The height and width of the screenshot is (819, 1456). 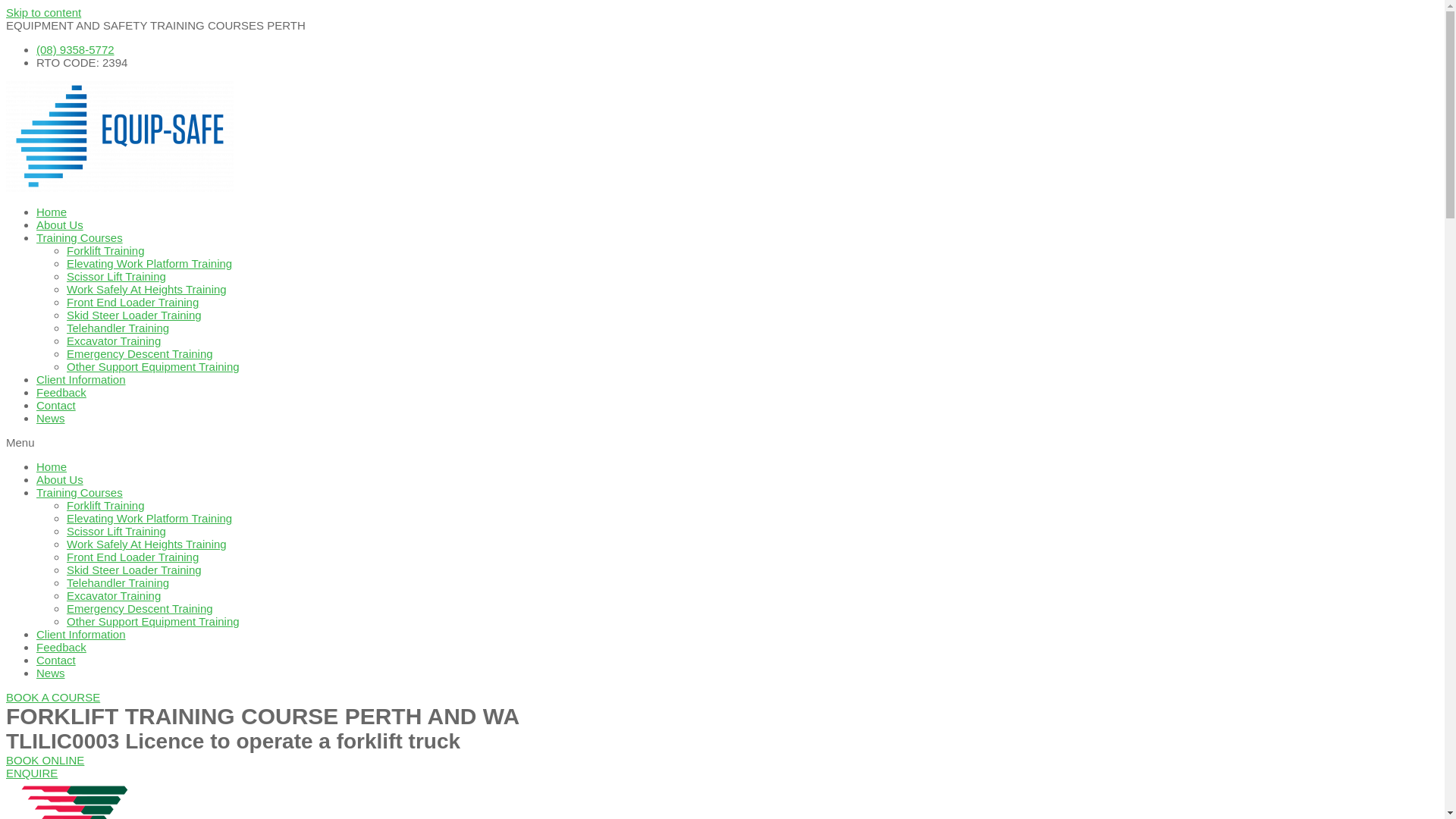 What do you see at coordinates (149, 517) in the screenshot?
I see `'Elevating Work Platform Training'` at bounding box center [149, 517].